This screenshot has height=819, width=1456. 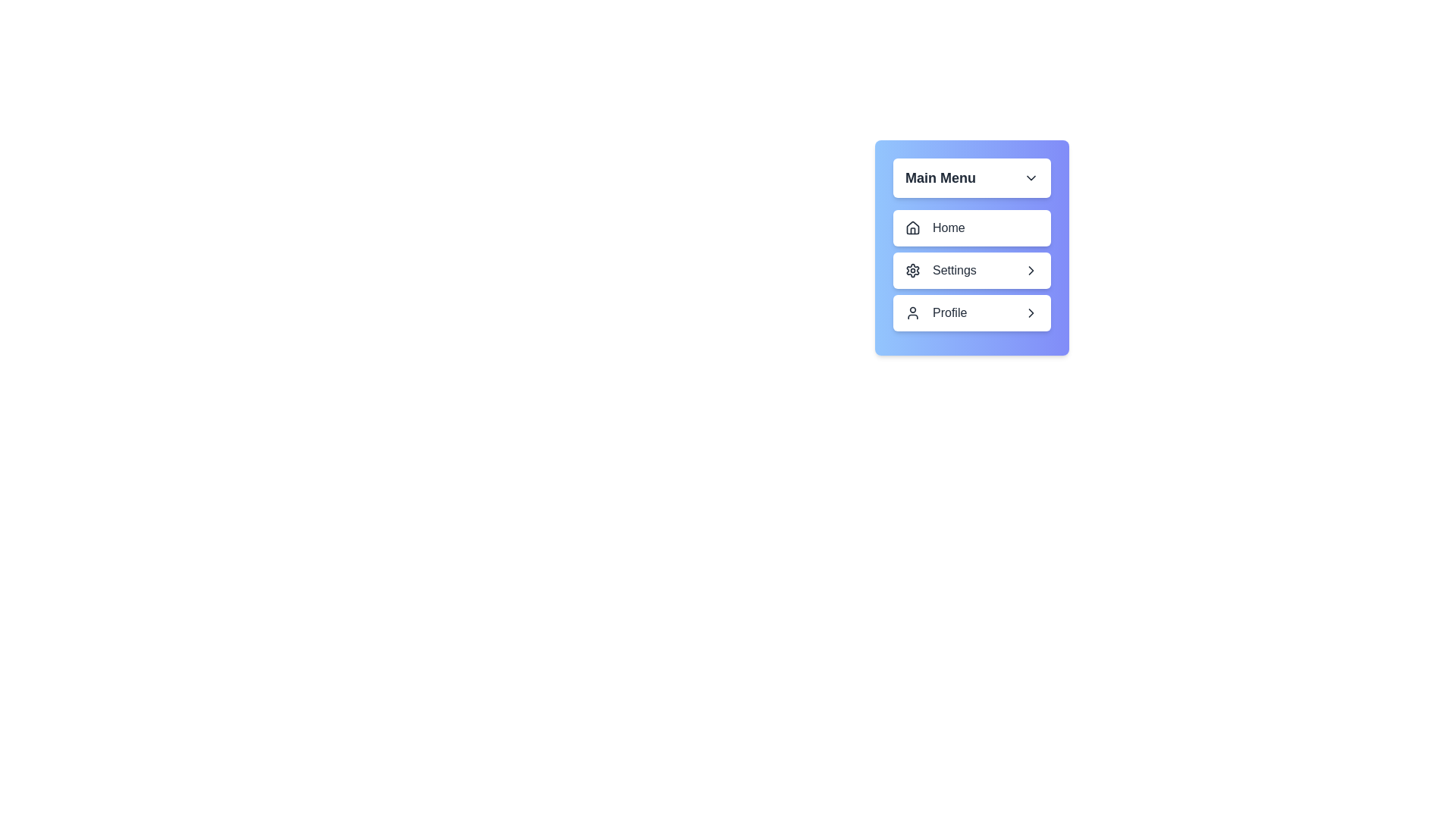 What do you see at coordinates (971, 270) in the screenshot?
I see `the submenu option Notifications under the menu item Settings` at bounding box center [971, 270].